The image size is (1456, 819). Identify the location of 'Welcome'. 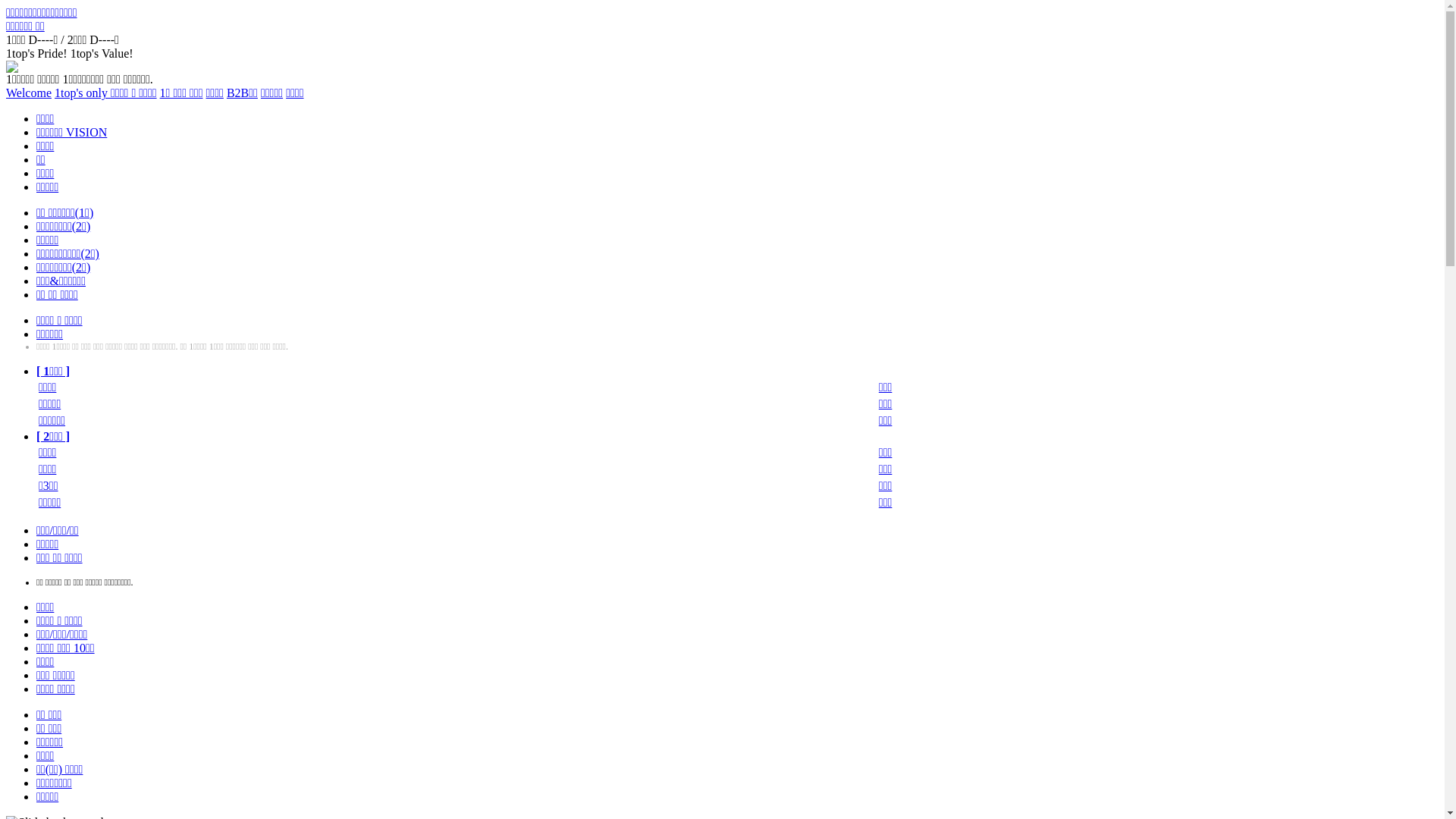
(6, 93).